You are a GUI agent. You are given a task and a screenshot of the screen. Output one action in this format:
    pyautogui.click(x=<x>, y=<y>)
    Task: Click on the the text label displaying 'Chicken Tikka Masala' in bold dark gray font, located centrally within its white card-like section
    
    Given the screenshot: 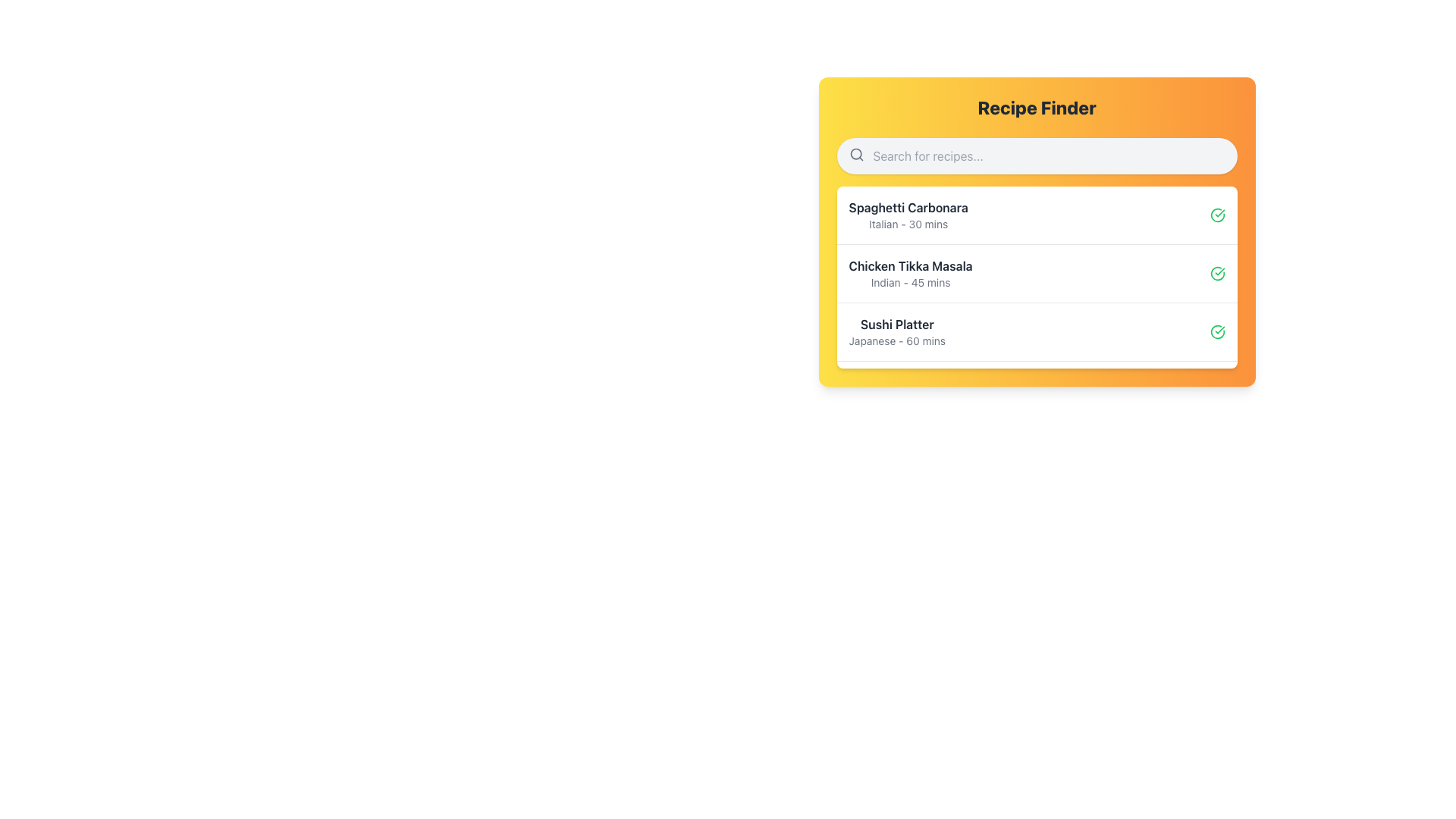 What is the action you would take?
    pyautogui.click(x=910, y=265)
    